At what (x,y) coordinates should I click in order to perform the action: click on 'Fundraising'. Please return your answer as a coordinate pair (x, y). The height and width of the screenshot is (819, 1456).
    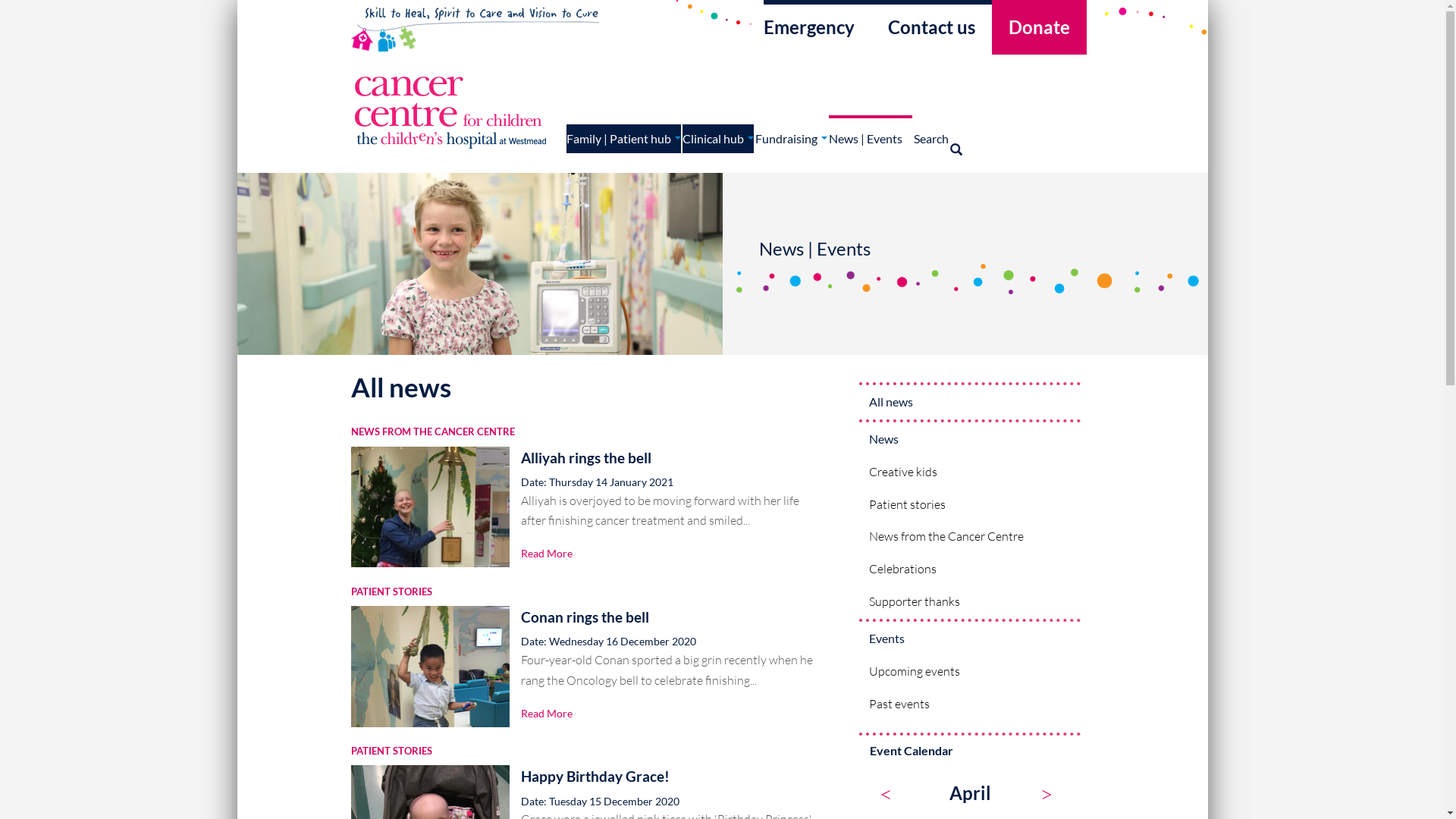
    Looking at the image, I should click on (790, 133).